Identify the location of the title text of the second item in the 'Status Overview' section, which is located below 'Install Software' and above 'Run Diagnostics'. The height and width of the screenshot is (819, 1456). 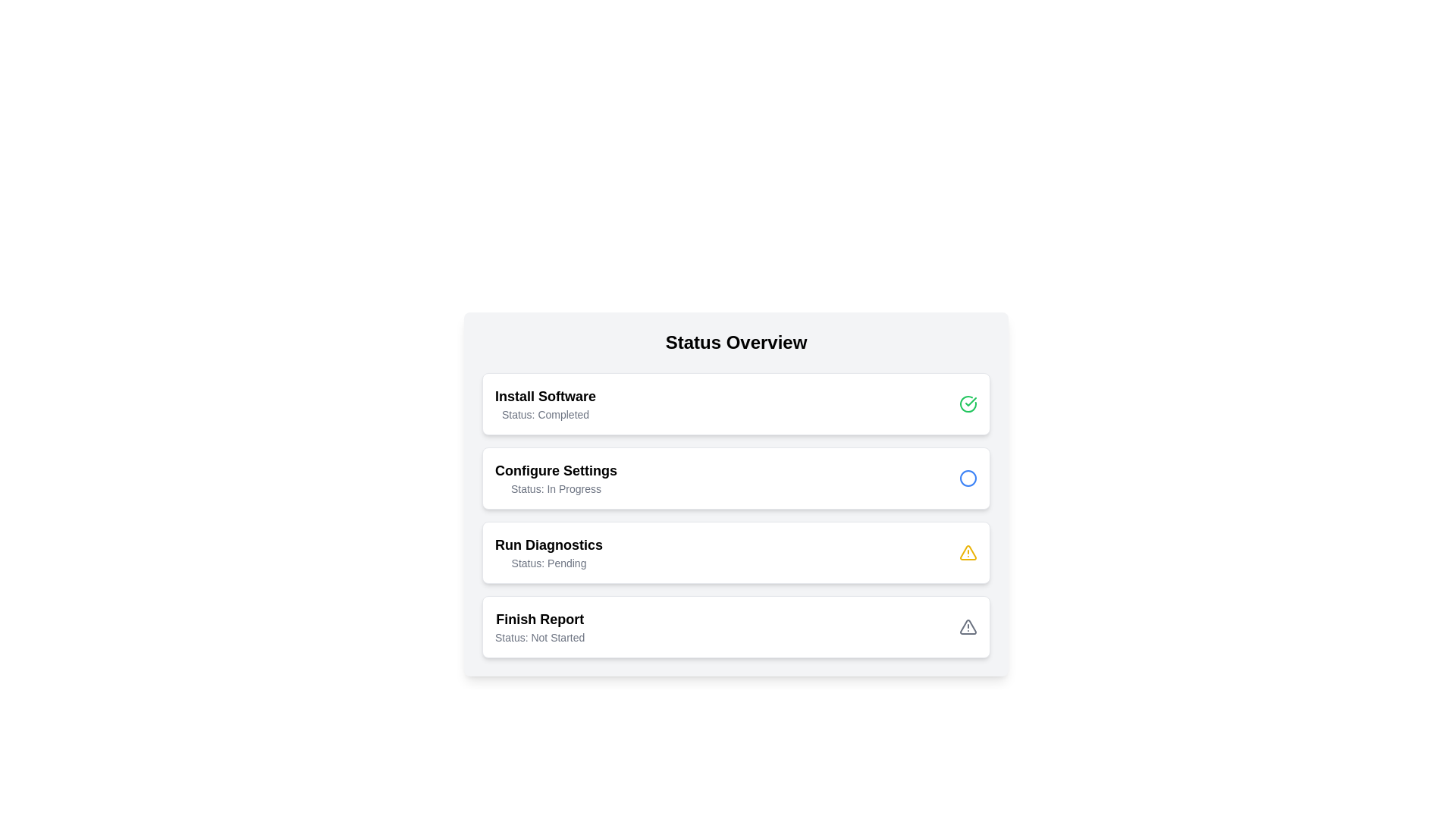
(555, 470).